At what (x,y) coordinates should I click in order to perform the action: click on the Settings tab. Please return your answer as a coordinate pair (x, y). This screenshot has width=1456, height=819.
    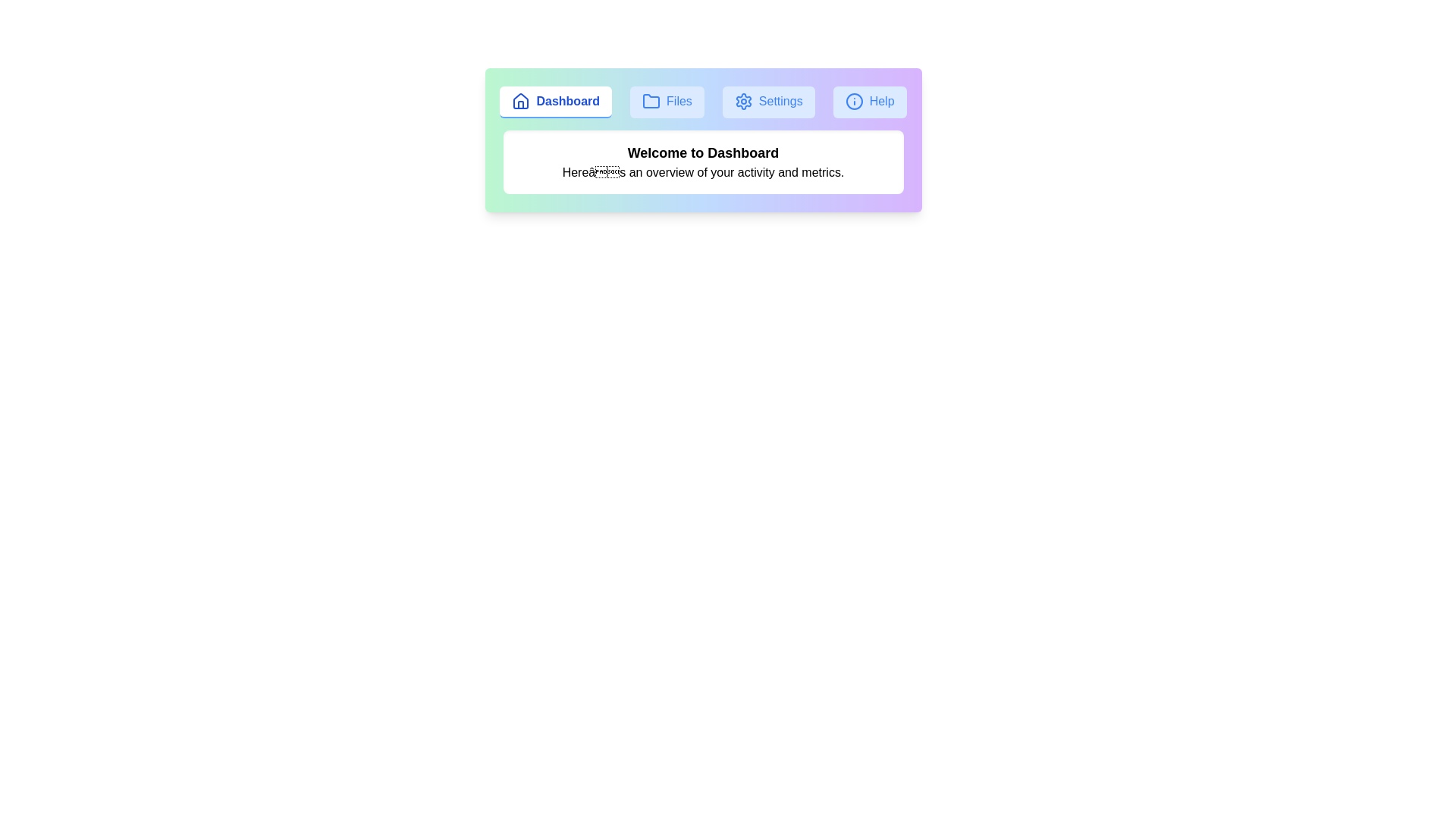
    Looking at the image, I should click on (768, 102).